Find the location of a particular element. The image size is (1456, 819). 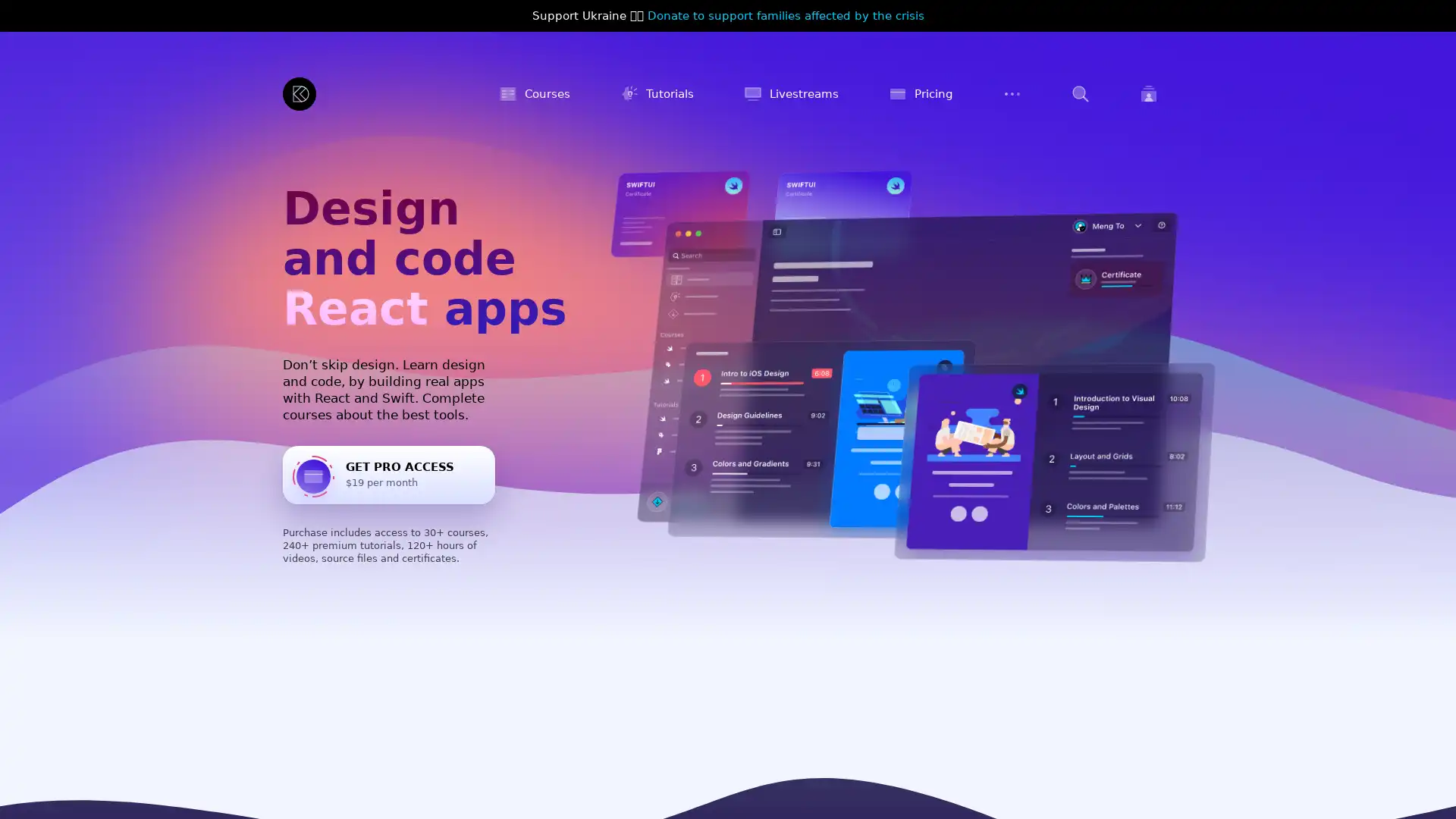

undefined icon is located at coordinates (1080, 93).